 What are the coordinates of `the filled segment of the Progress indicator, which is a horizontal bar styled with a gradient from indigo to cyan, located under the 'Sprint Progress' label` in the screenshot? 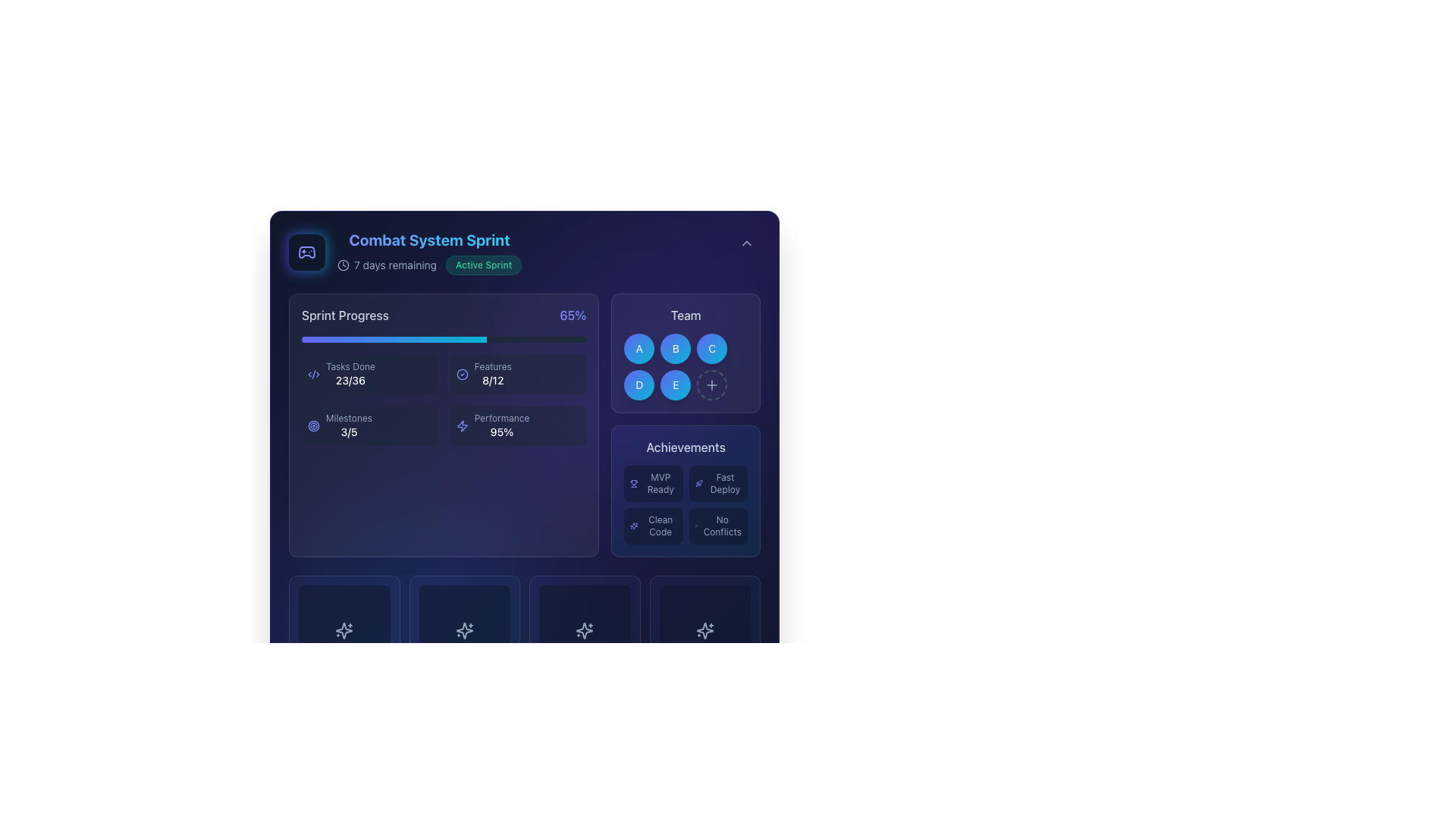 It's located at (394, 338).